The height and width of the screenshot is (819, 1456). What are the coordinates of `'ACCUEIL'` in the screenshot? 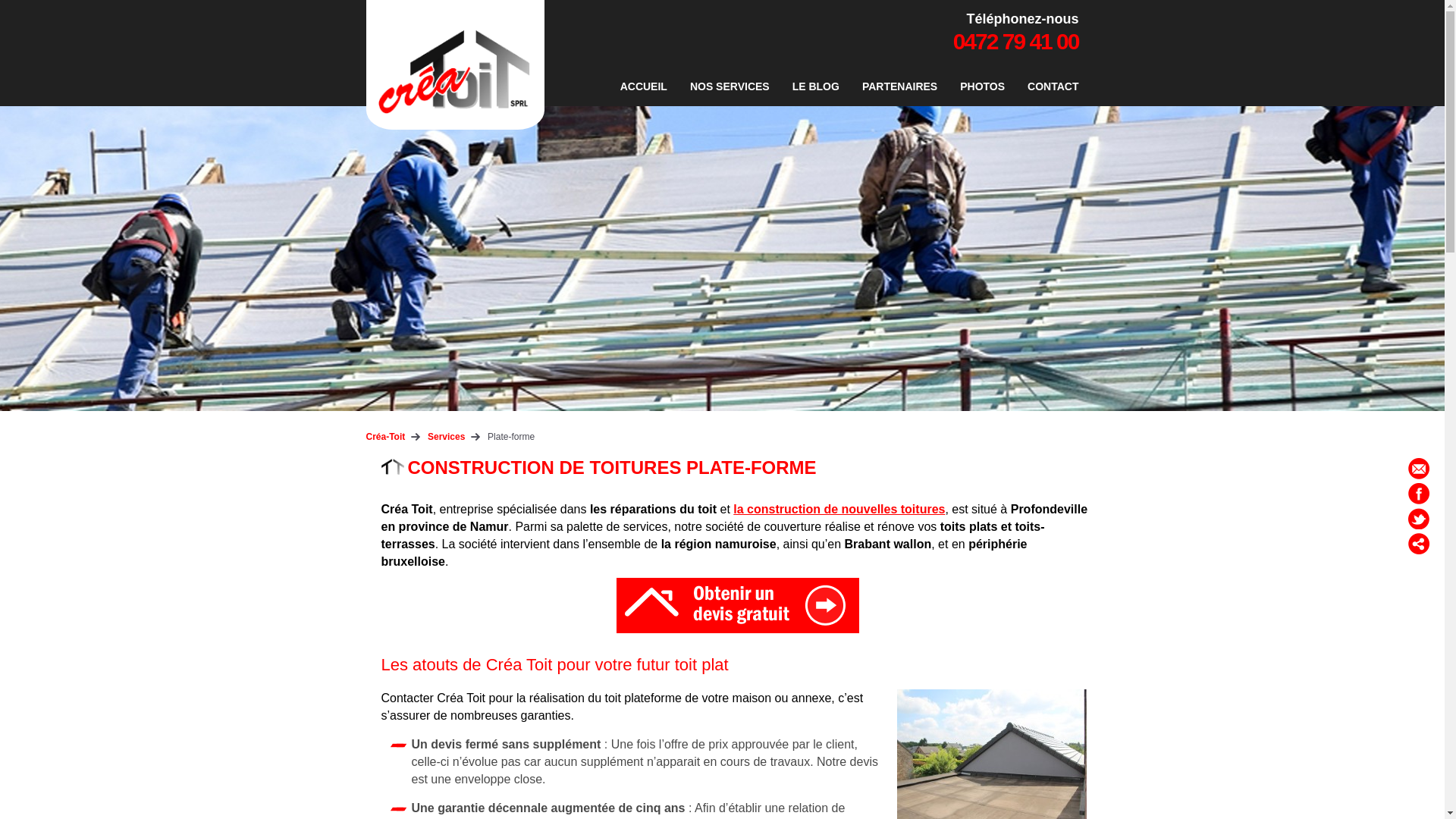 It's located at (644, 86).